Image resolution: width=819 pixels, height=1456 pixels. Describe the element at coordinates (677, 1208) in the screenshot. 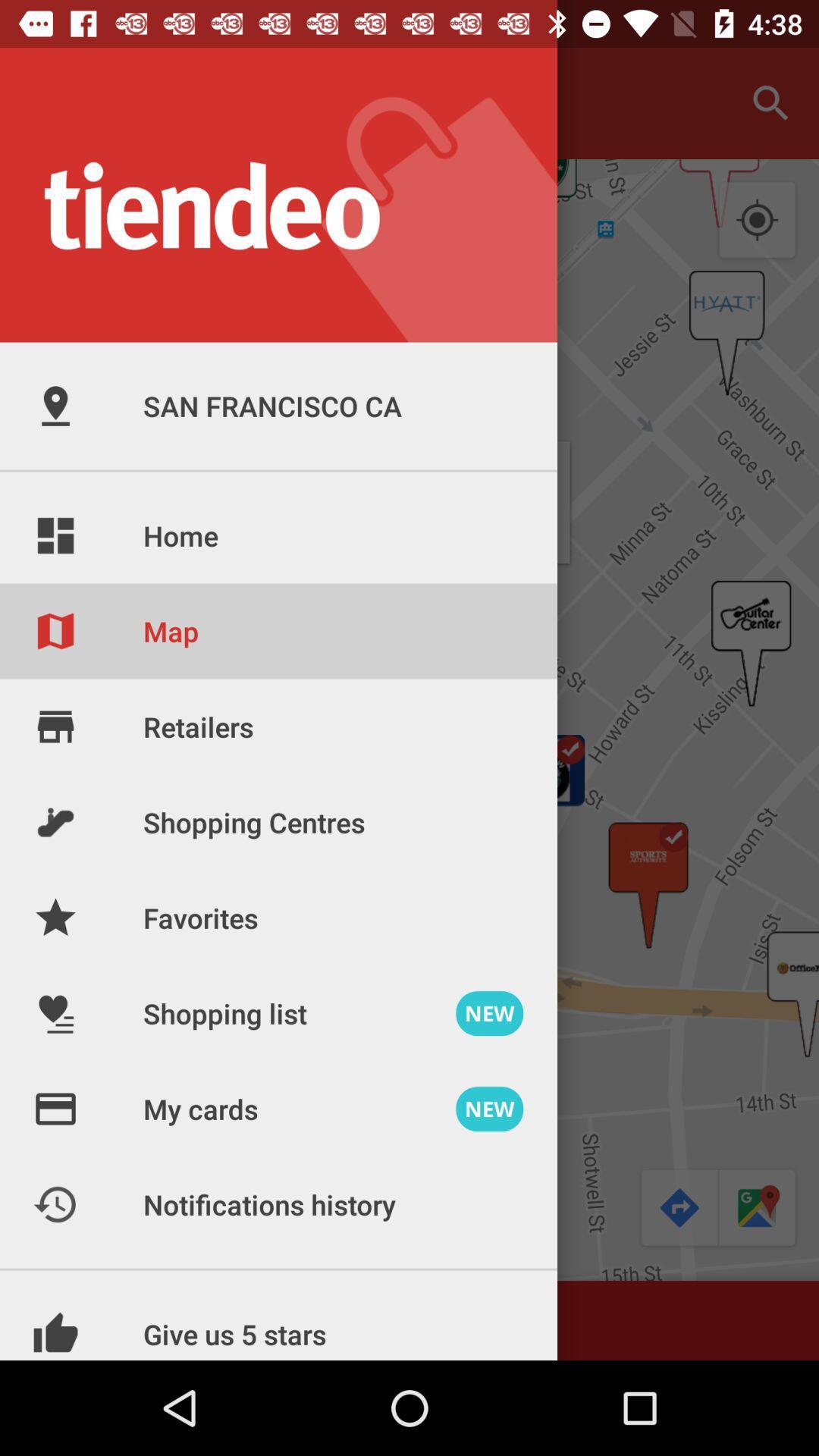

I see `the navigation icon` at that location.